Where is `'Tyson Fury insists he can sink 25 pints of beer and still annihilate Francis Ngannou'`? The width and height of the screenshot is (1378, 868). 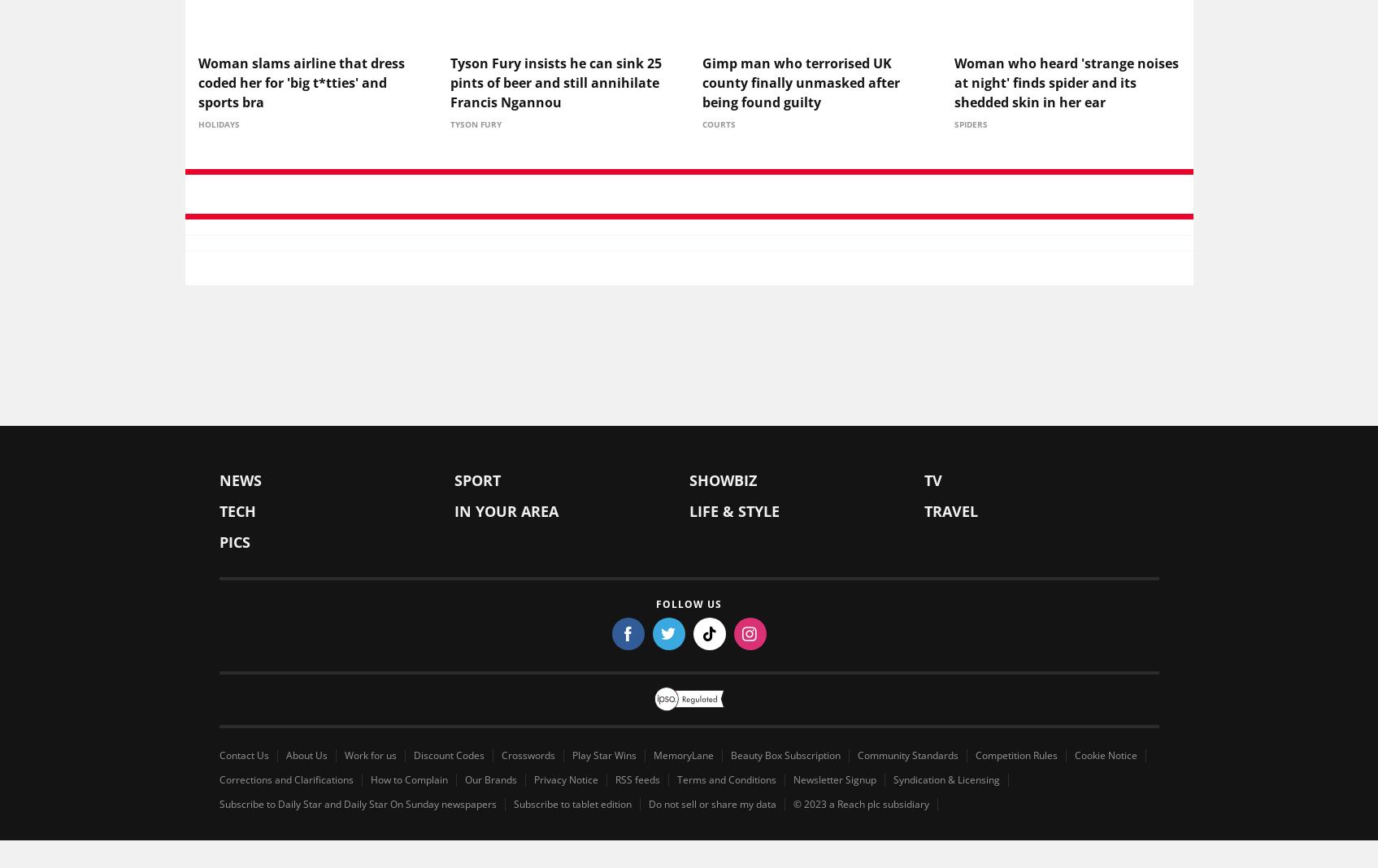 'Tyson Fury insists he can sink 25 pints of beer and still annihilate Francis Ngannou' is located at coordinates (554, 85).